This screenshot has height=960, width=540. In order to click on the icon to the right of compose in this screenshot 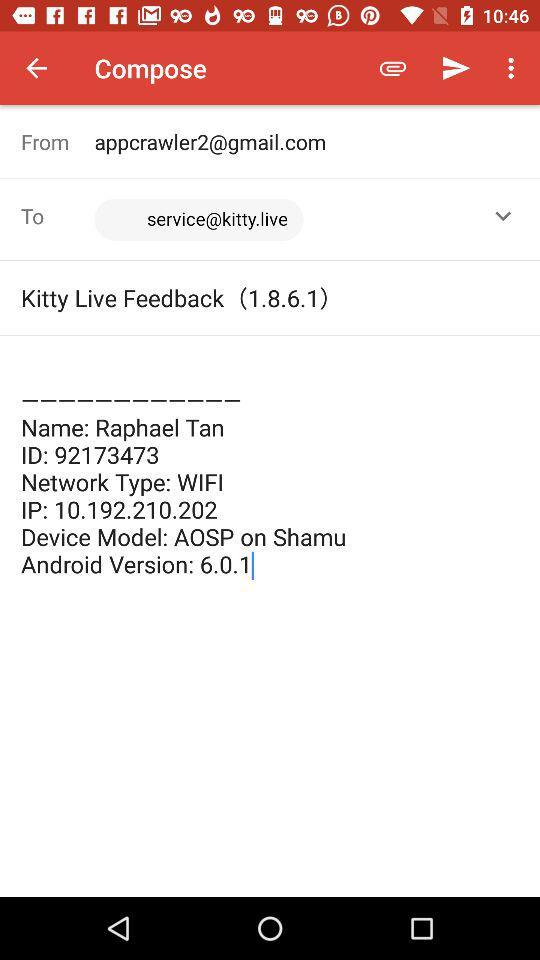, I will do `click(393, 68)`.